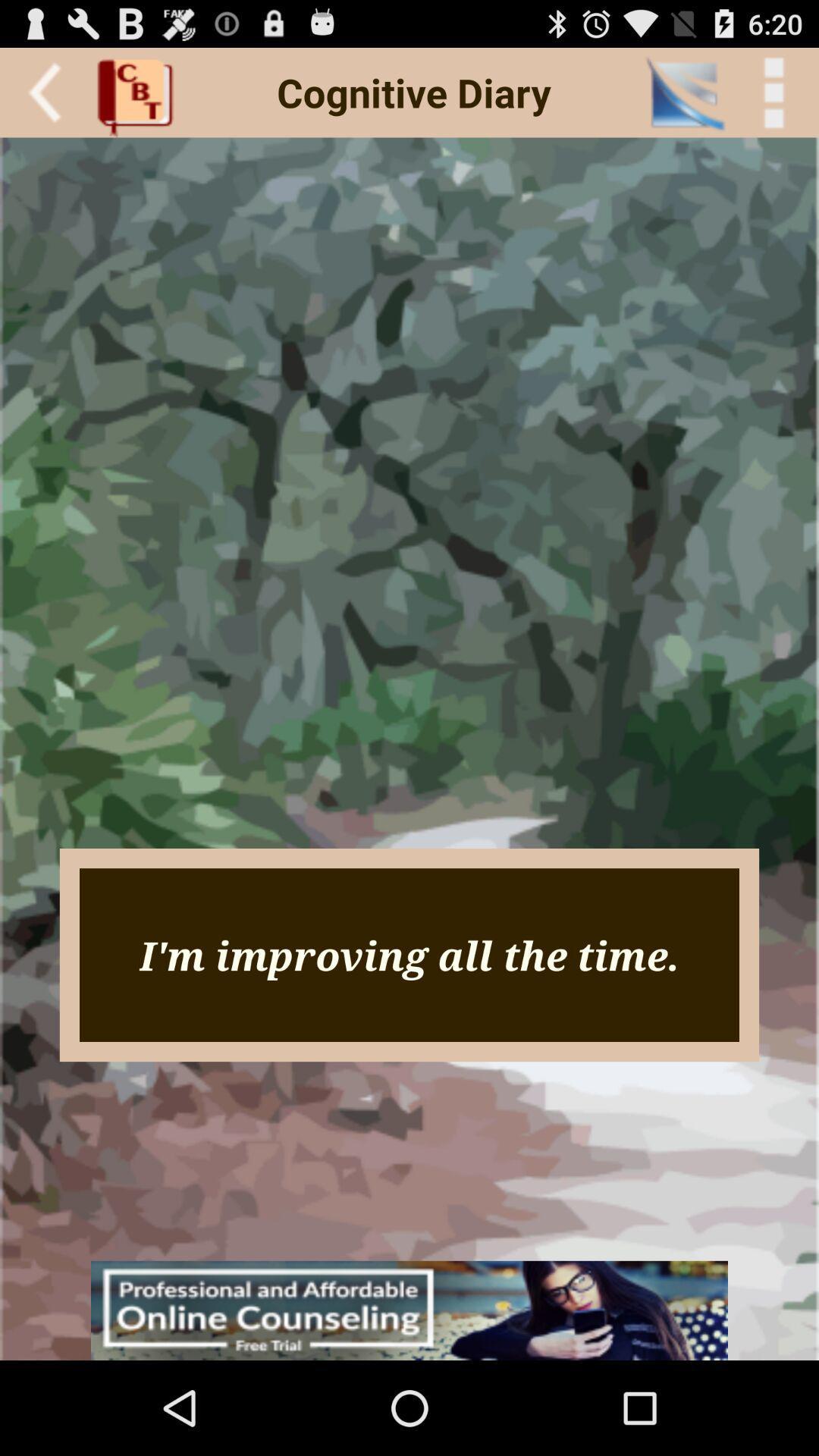  I want to click on advertisement, so click(409, 1310).